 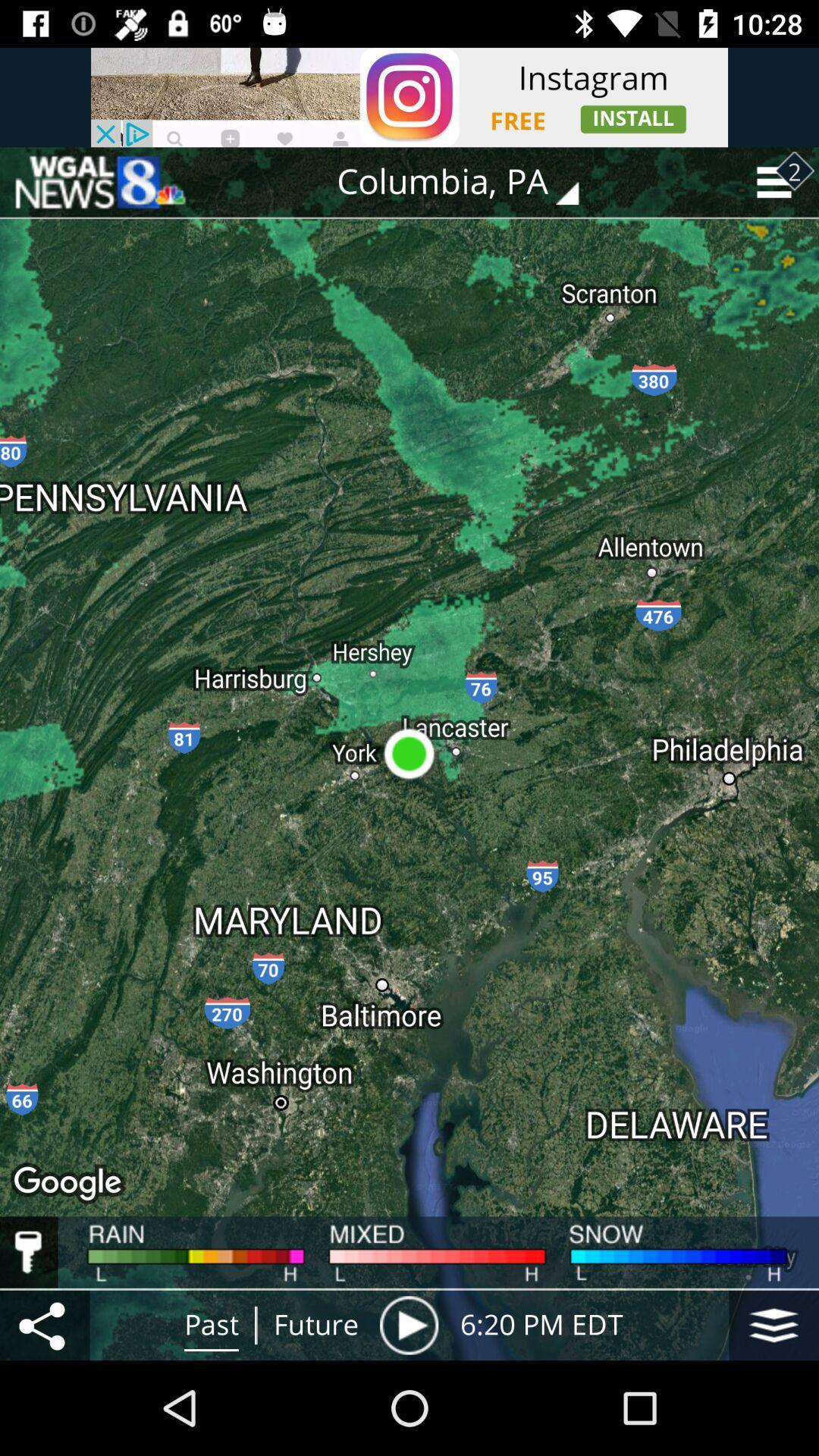 What do you see at coordinates (99, 182) in the screenshot?
I see `the icon at the top left corner` at bounding box center [99, 182].